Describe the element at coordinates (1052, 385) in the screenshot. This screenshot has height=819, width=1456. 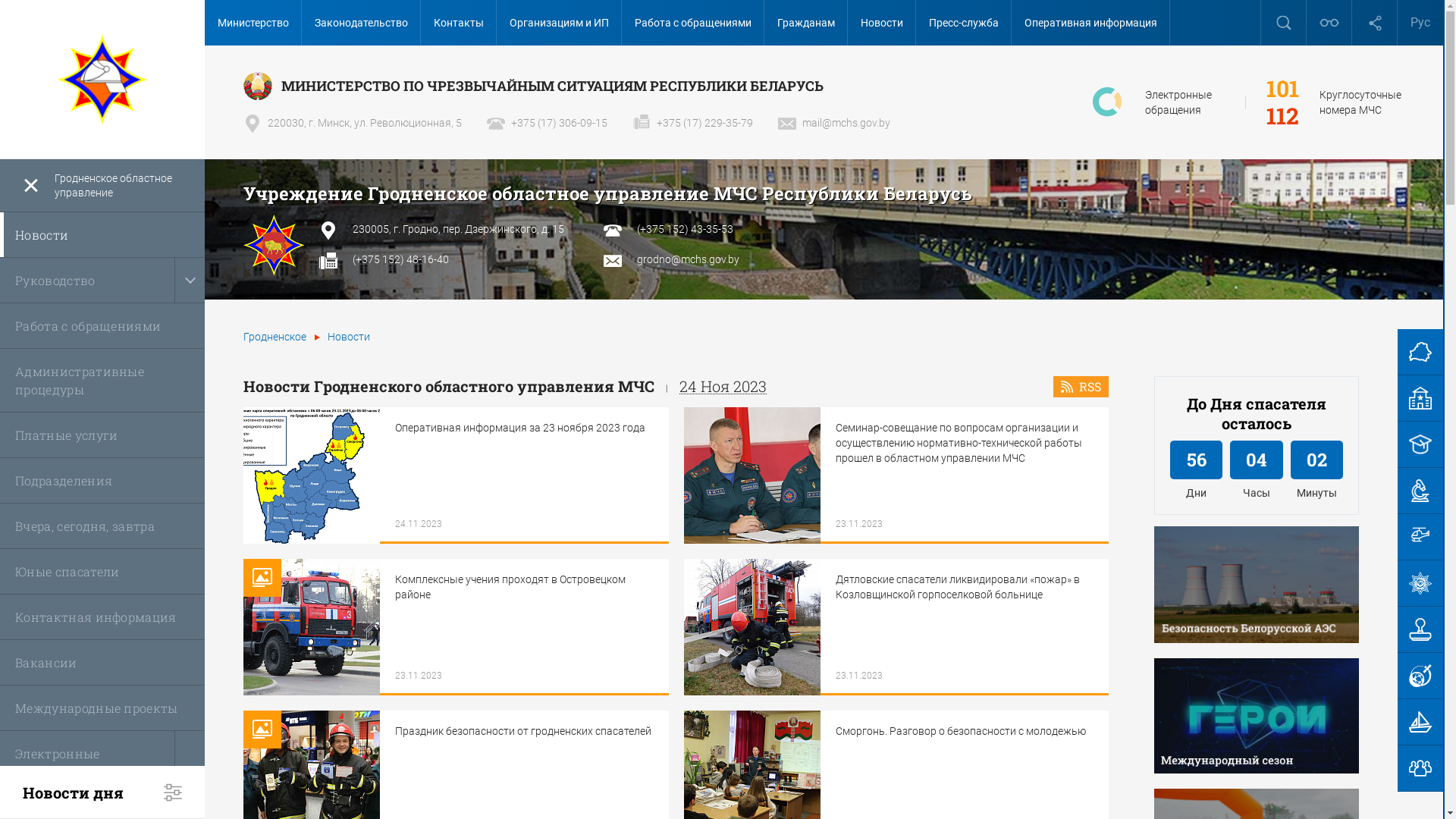
I see `'RSS'` at that location.